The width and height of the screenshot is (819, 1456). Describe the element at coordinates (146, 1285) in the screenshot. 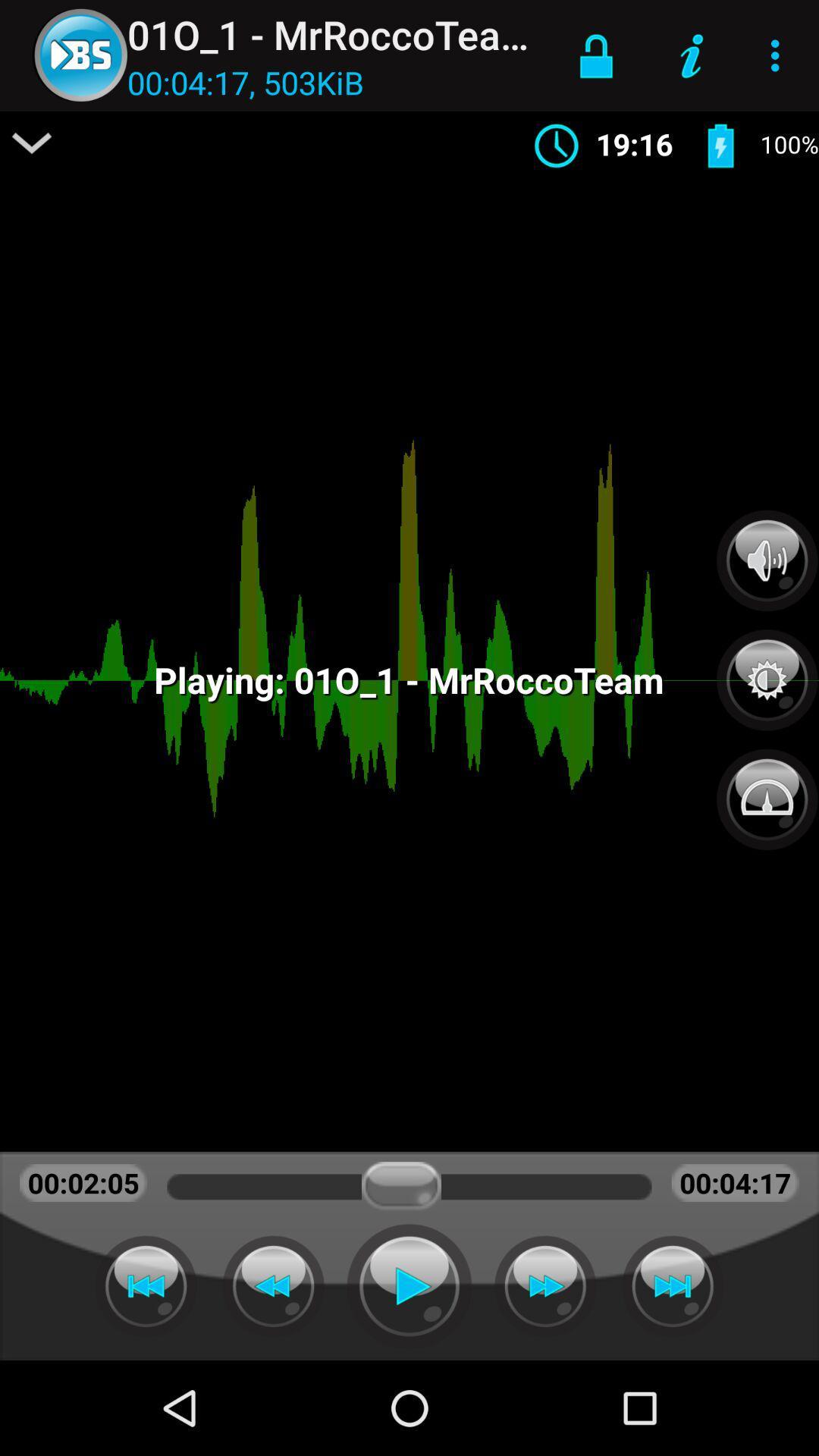

I see `go back` at that location.